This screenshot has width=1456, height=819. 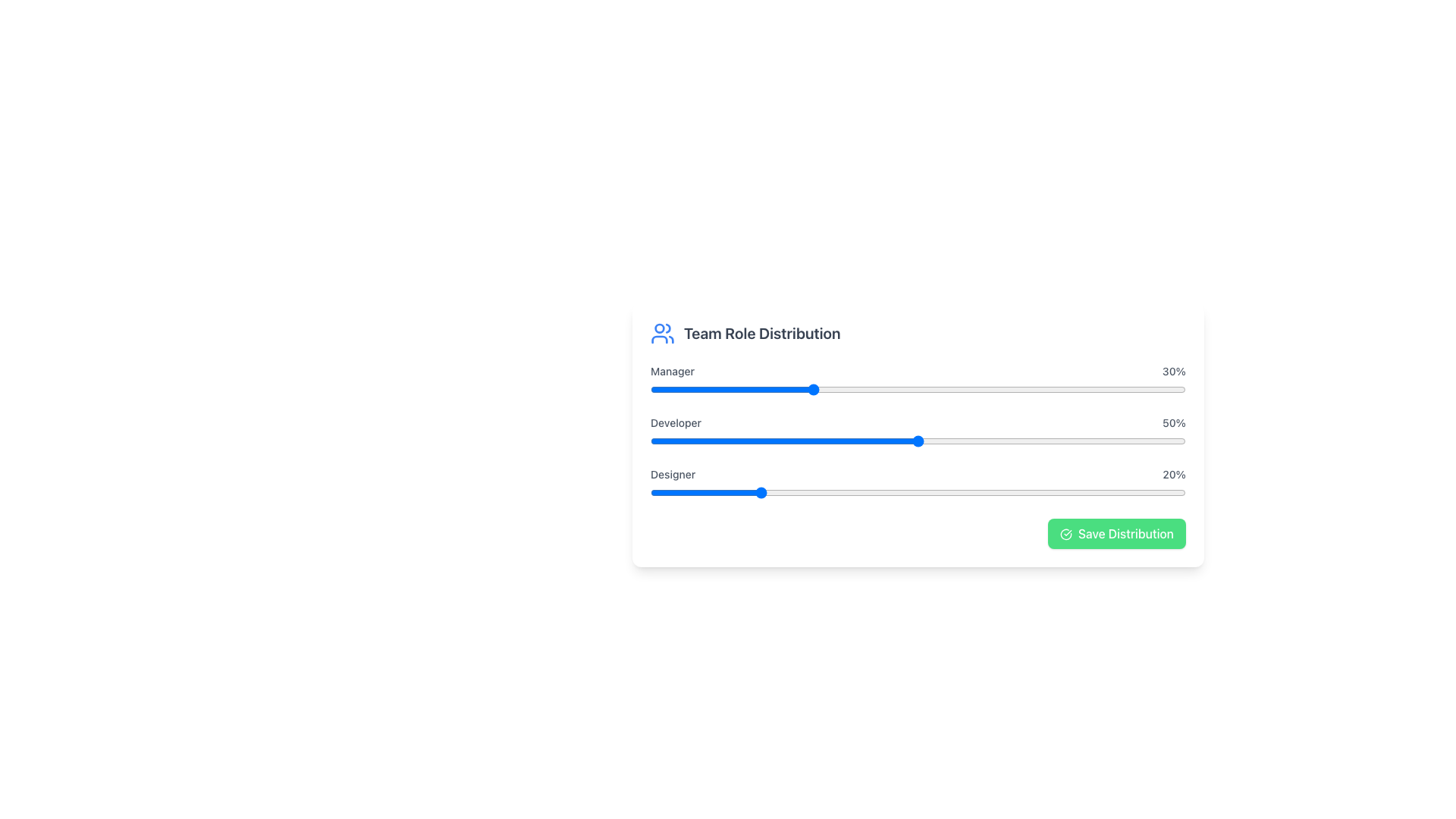 What do you see at coordinates (917, 483) in the screenshot?
I see `the slider track located between the 'Designer' label and the '20%' percentage to move the thumb for adjusting the allocation for the Designer role` at bounding box center [917, 483].